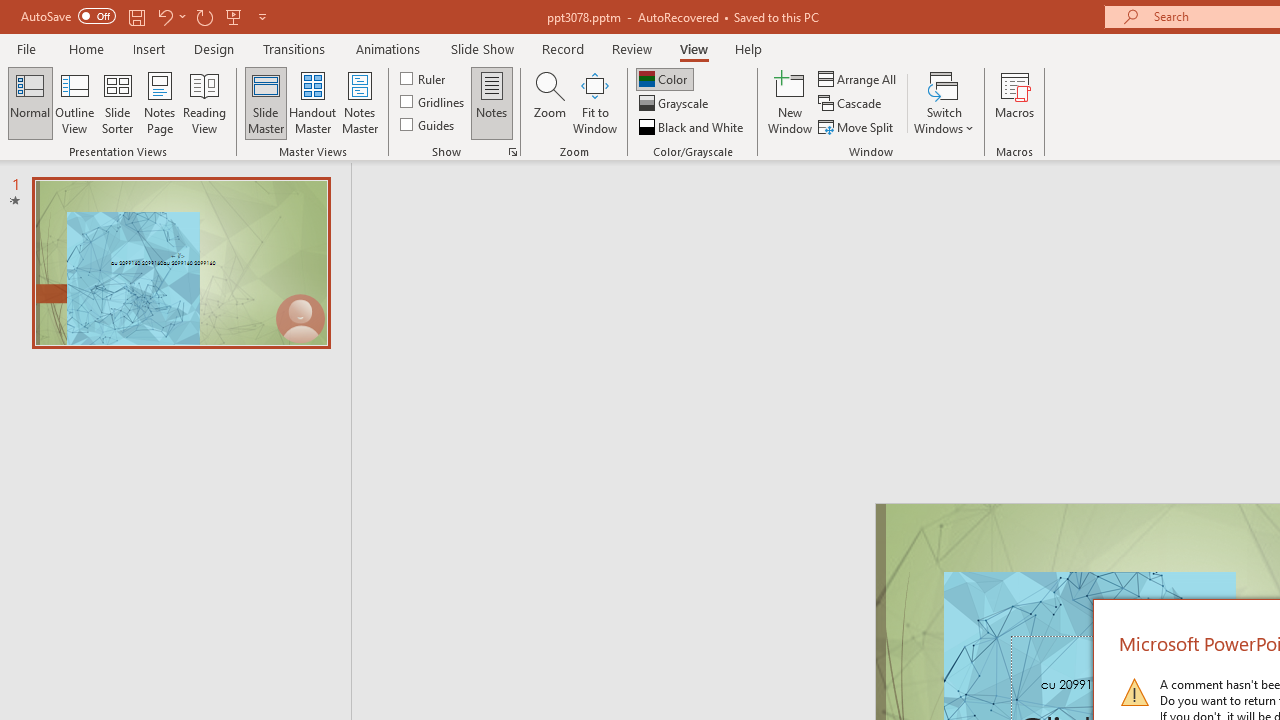  Describe the element at coordinates (858, 78) in the screenshot. I see `'Arrange All'` at that location.